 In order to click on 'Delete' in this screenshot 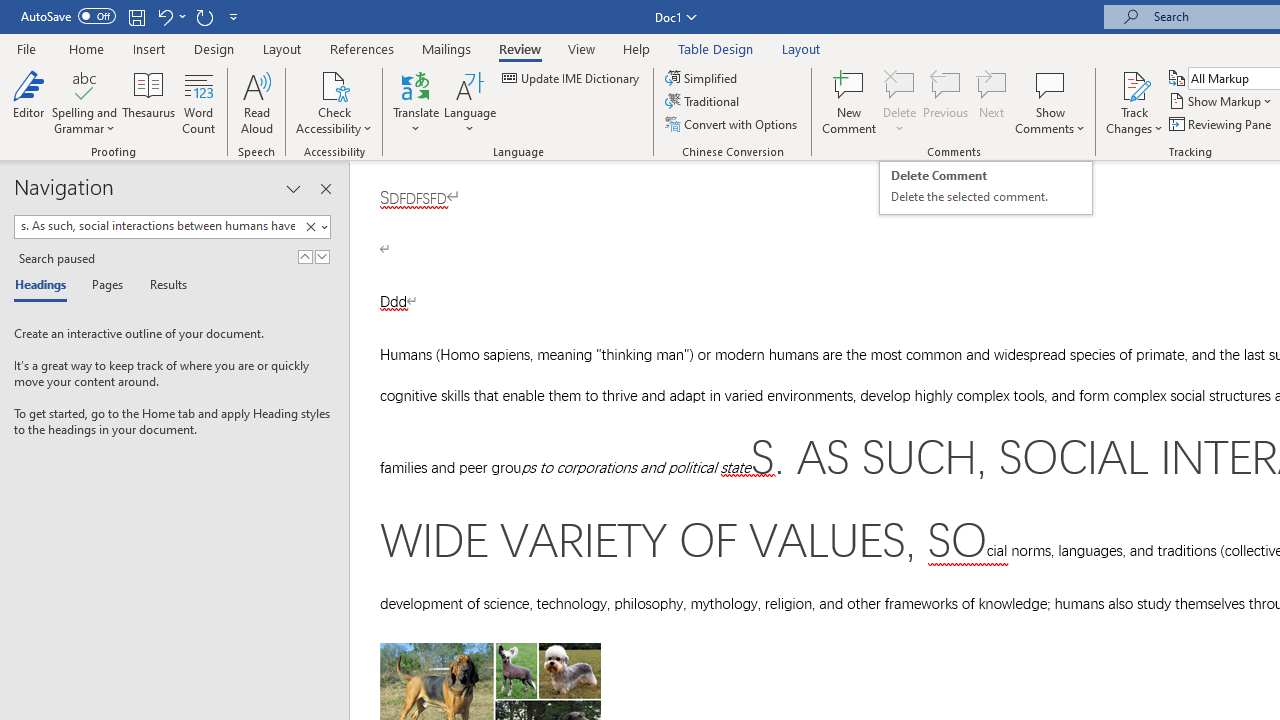, I will do `click(899, 84)`.